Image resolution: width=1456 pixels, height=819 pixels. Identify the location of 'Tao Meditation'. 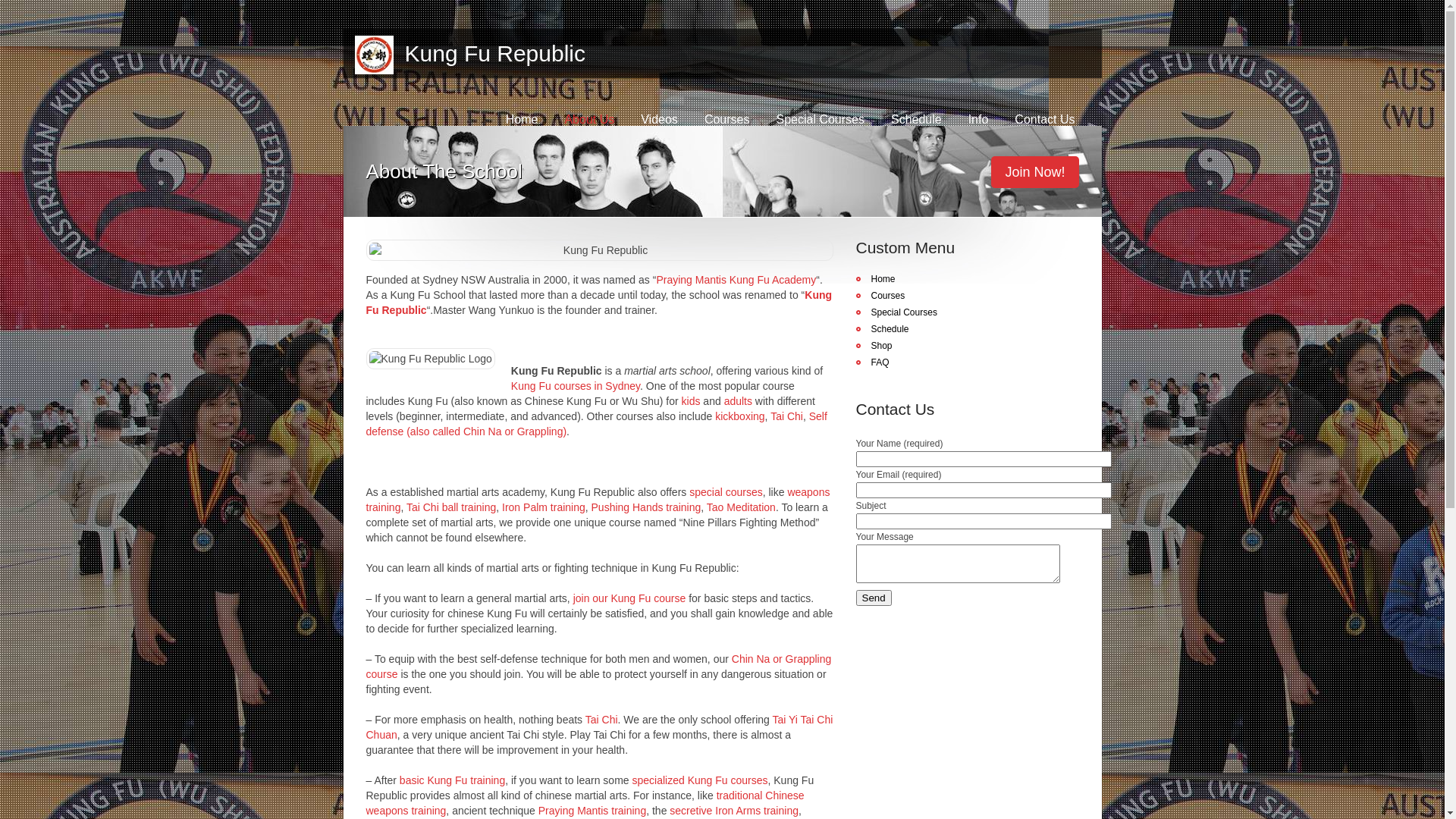
(741, 507).